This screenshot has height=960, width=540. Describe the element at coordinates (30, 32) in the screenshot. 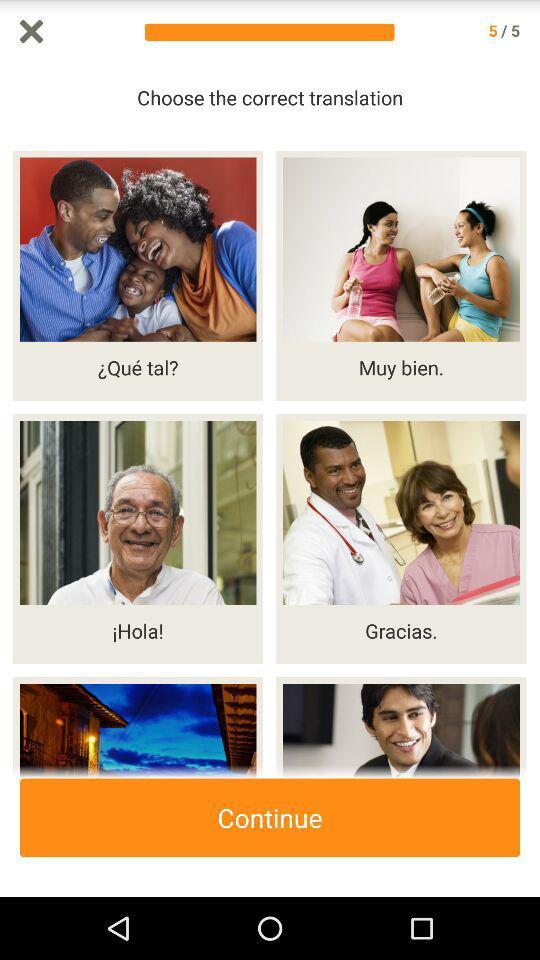

I see `the close icon` at that location.